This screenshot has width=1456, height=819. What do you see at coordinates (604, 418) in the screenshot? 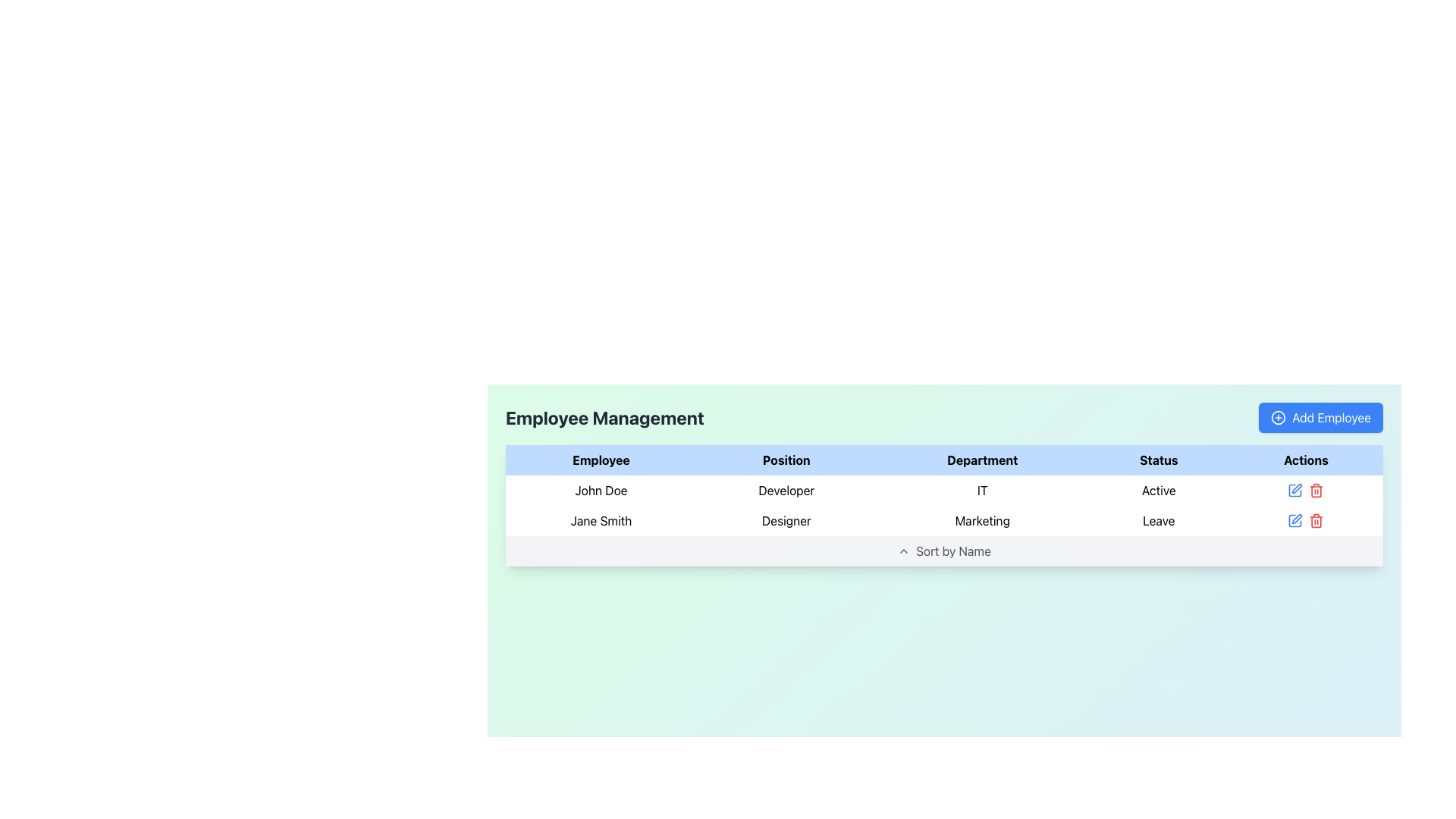
I see `the Text label that serves as the title for the employee management section, located at the top of the interface above the employee details table` at bounding box center [604, 418].